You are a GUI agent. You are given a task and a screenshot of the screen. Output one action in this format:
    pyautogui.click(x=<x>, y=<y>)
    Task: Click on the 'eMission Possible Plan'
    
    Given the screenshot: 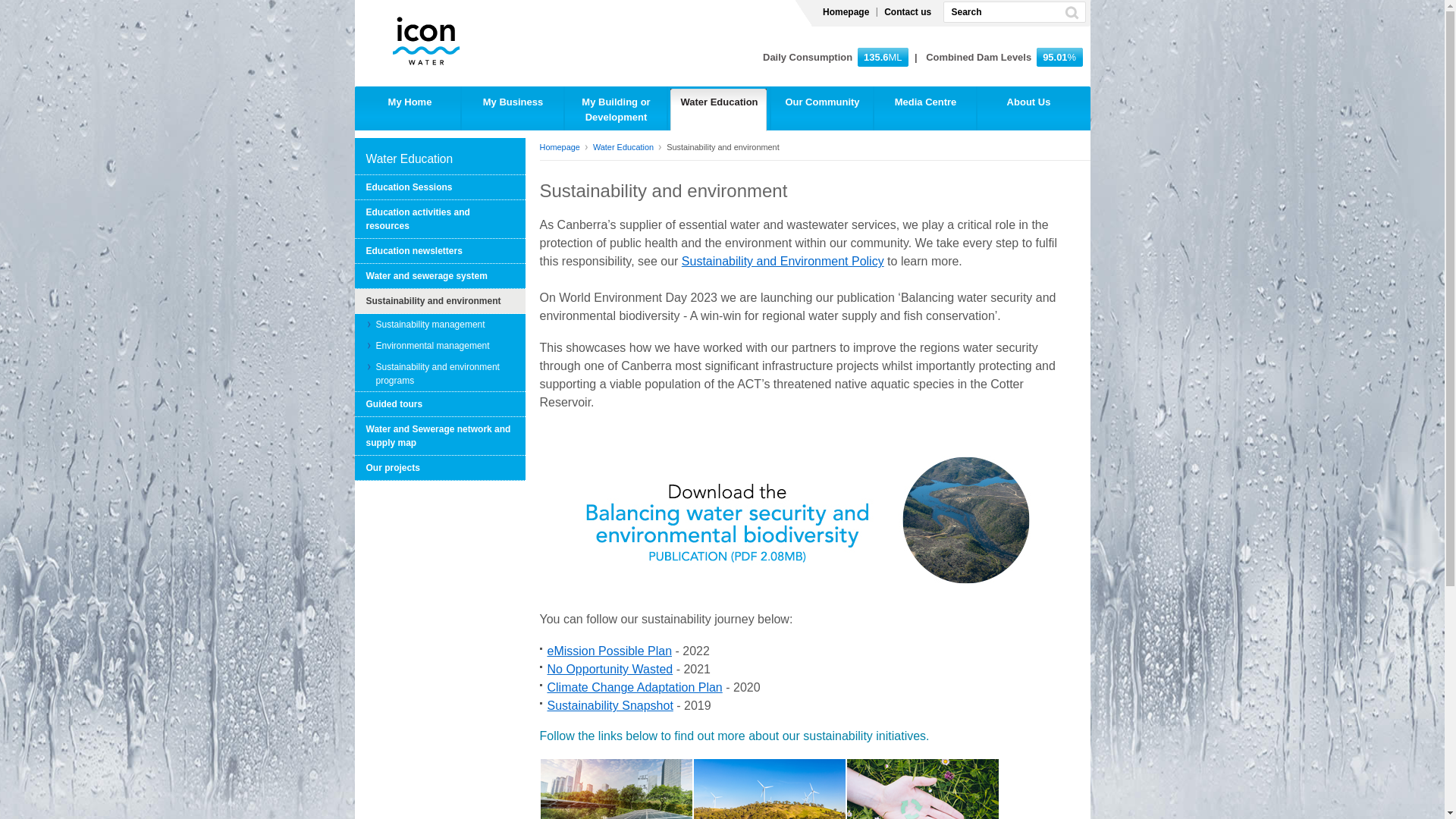 What is the action you would take?
    pyautogui.click(x=610, y=650)
    